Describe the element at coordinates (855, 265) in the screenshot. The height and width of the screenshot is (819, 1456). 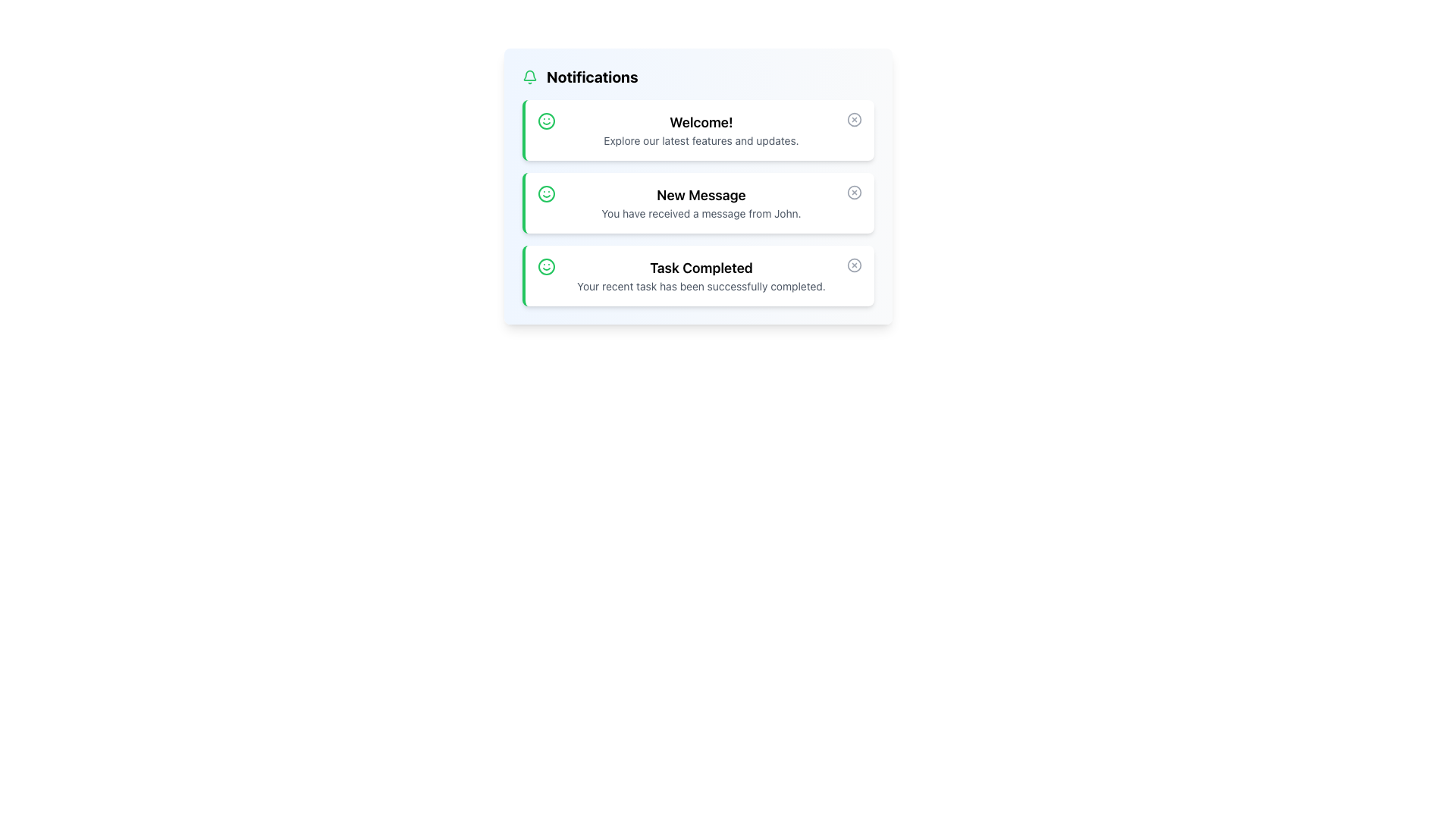
I see `the dismissal button on the far right side of the notification box labeled 'Task Completed: Your recent task has been successfully completed.'` at that location.